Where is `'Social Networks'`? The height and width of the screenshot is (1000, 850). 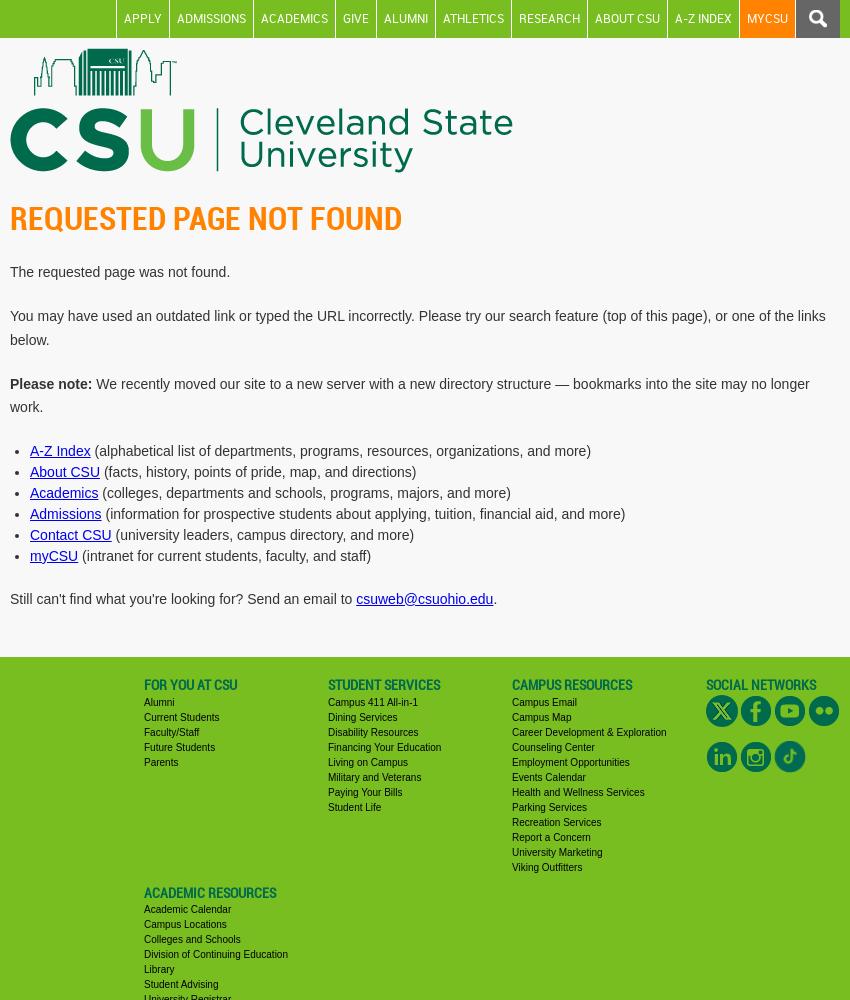
'Social Networks' is located at coordinates (761, 684).